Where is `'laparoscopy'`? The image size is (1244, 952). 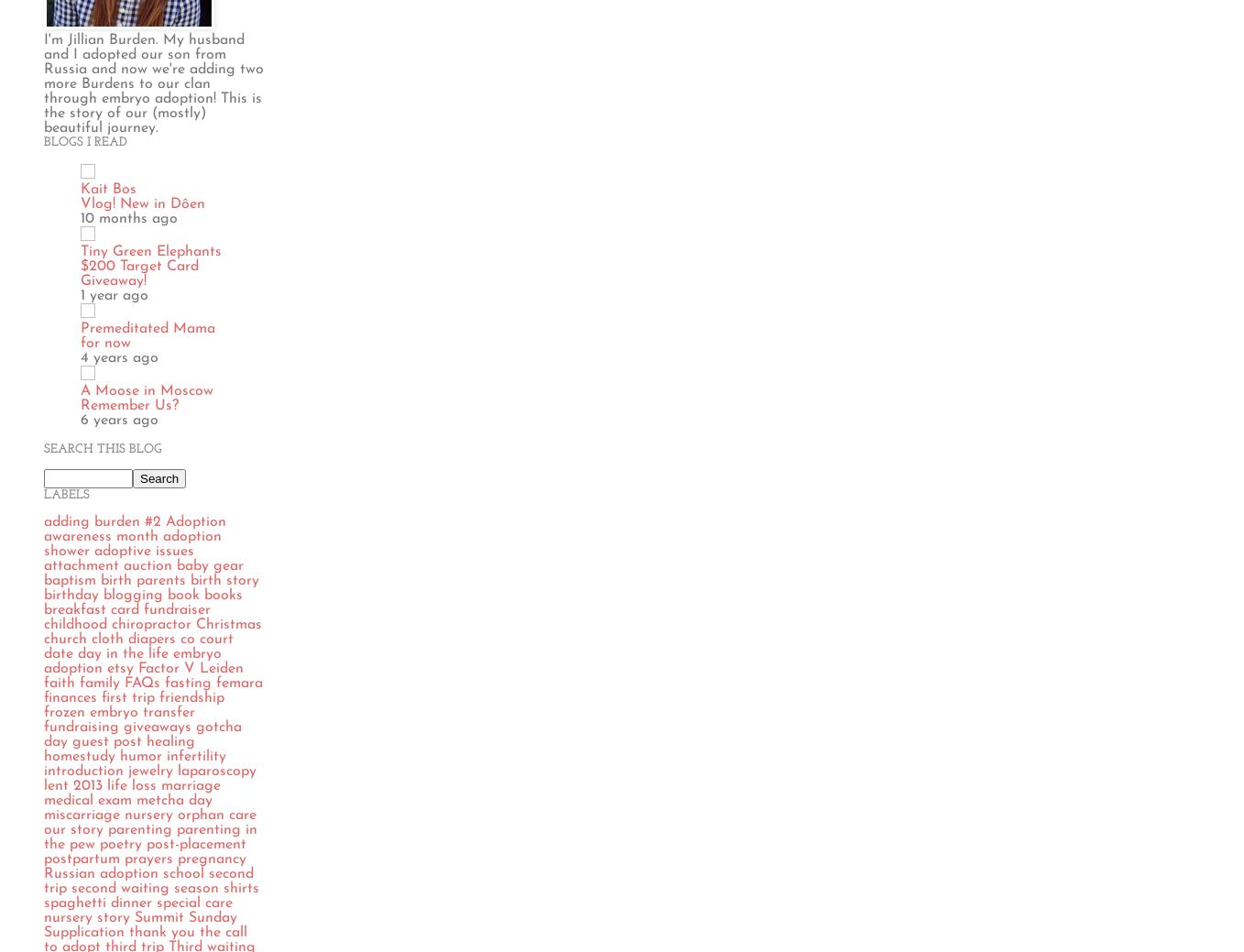
'laparoscopy' is located at coordinates (215, 769).